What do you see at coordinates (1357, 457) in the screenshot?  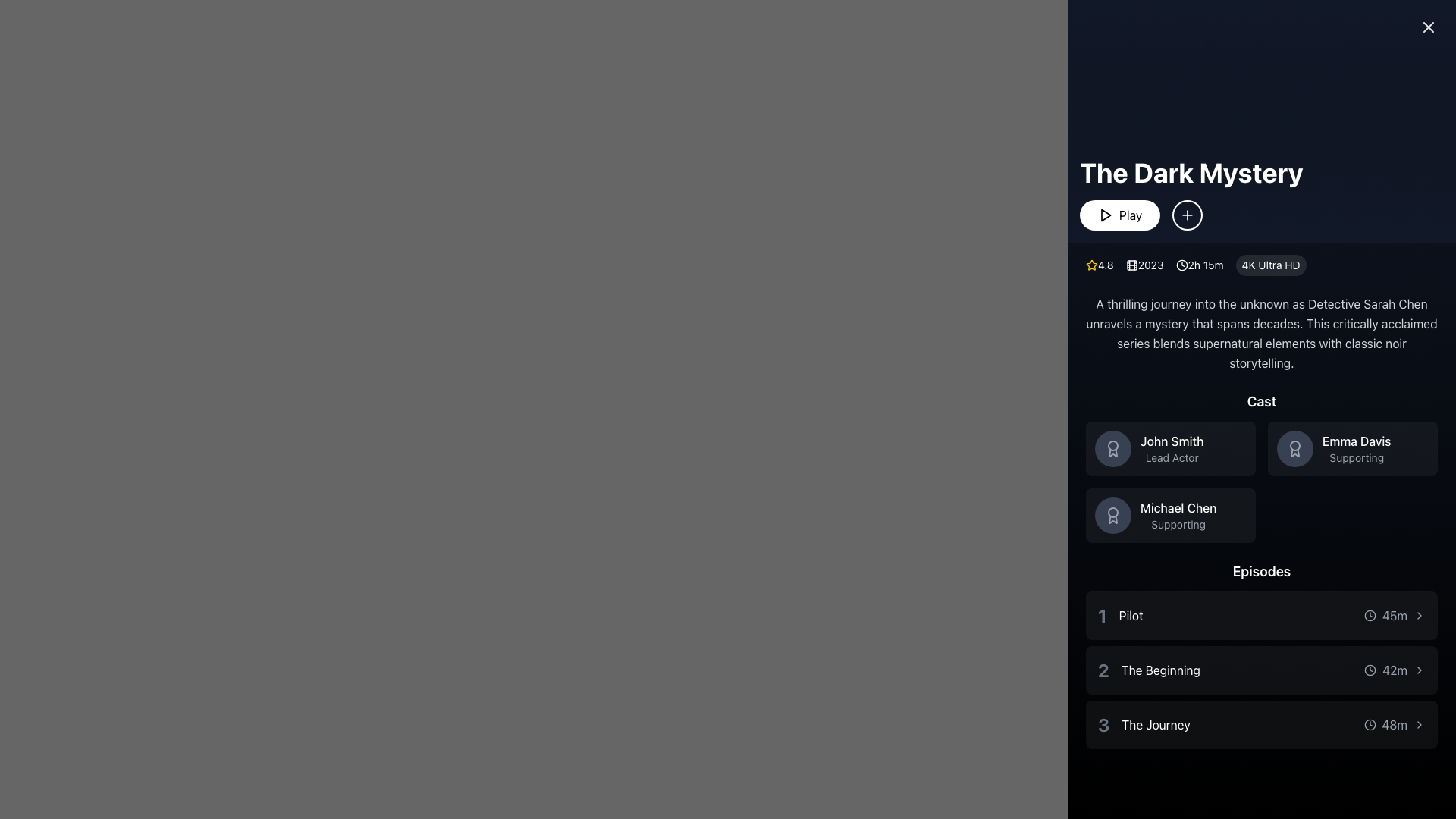 I see `the 'Supporting' text label element, which is styled with a smaller font and gray text color, located beneath 'Emma Davis' in the cast details section` at bounding box center [1357, 457].